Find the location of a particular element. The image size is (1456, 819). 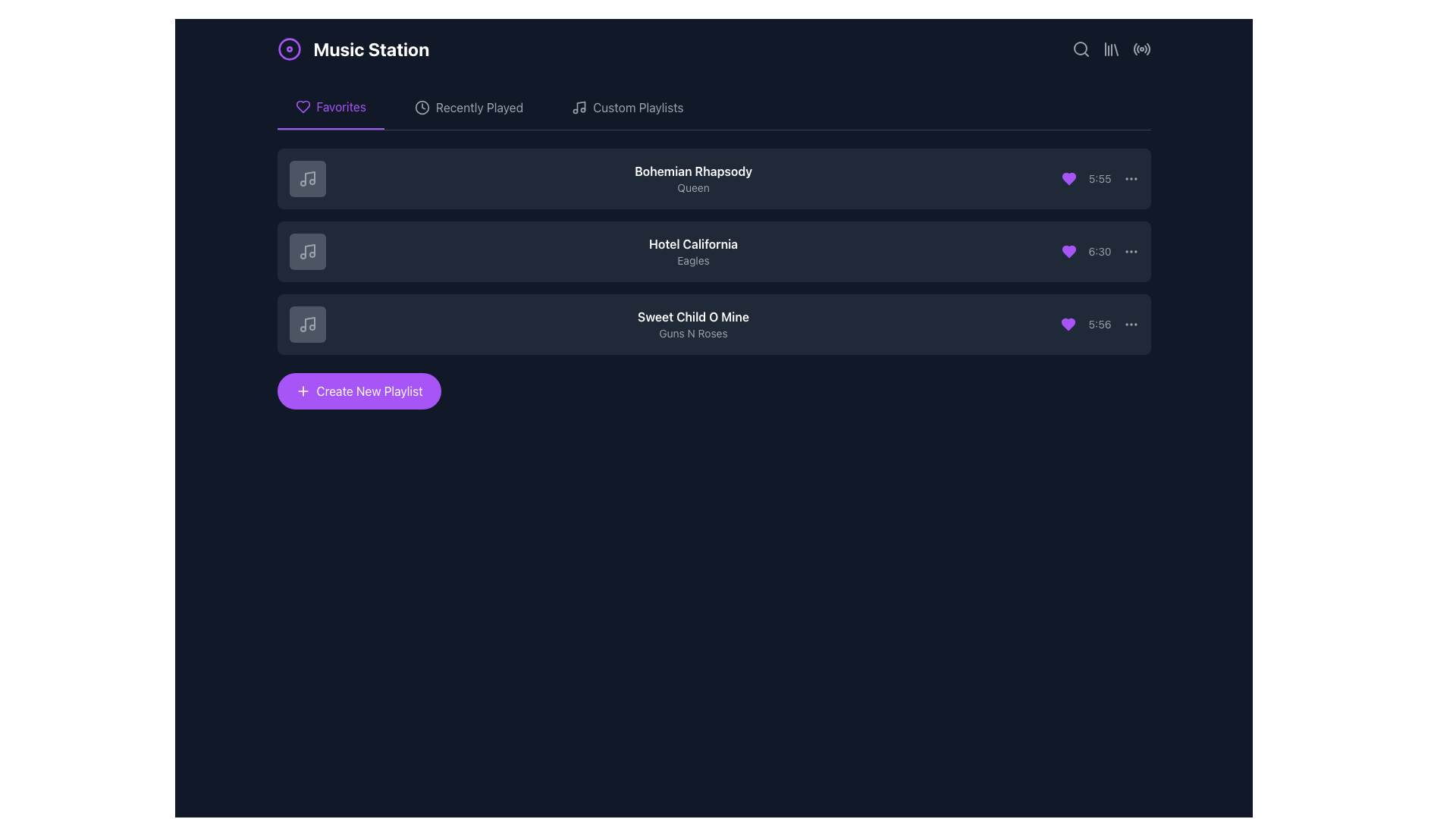

the text label indicating the duration of the song 'Hotel California' by the Eagles, positioned between a purple heart icon and three dots is located at coordinates (1100, 250).